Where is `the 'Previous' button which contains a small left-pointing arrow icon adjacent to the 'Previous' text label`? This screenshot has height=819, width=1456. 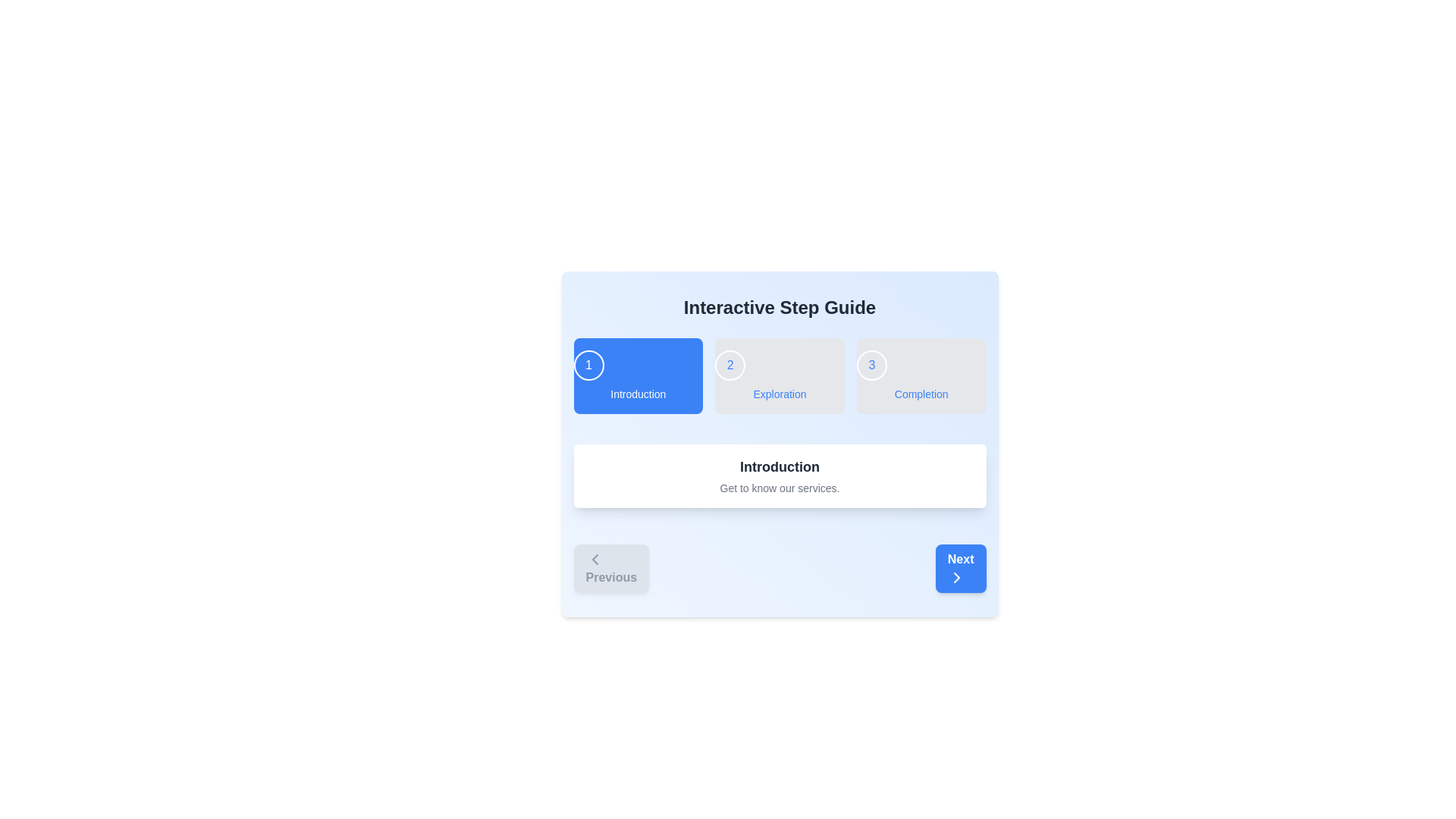
the 'Previous' button which contains a small left-pointing arrow icon adjacent to the 'Previous' text label is located at coordinates (594, 559).